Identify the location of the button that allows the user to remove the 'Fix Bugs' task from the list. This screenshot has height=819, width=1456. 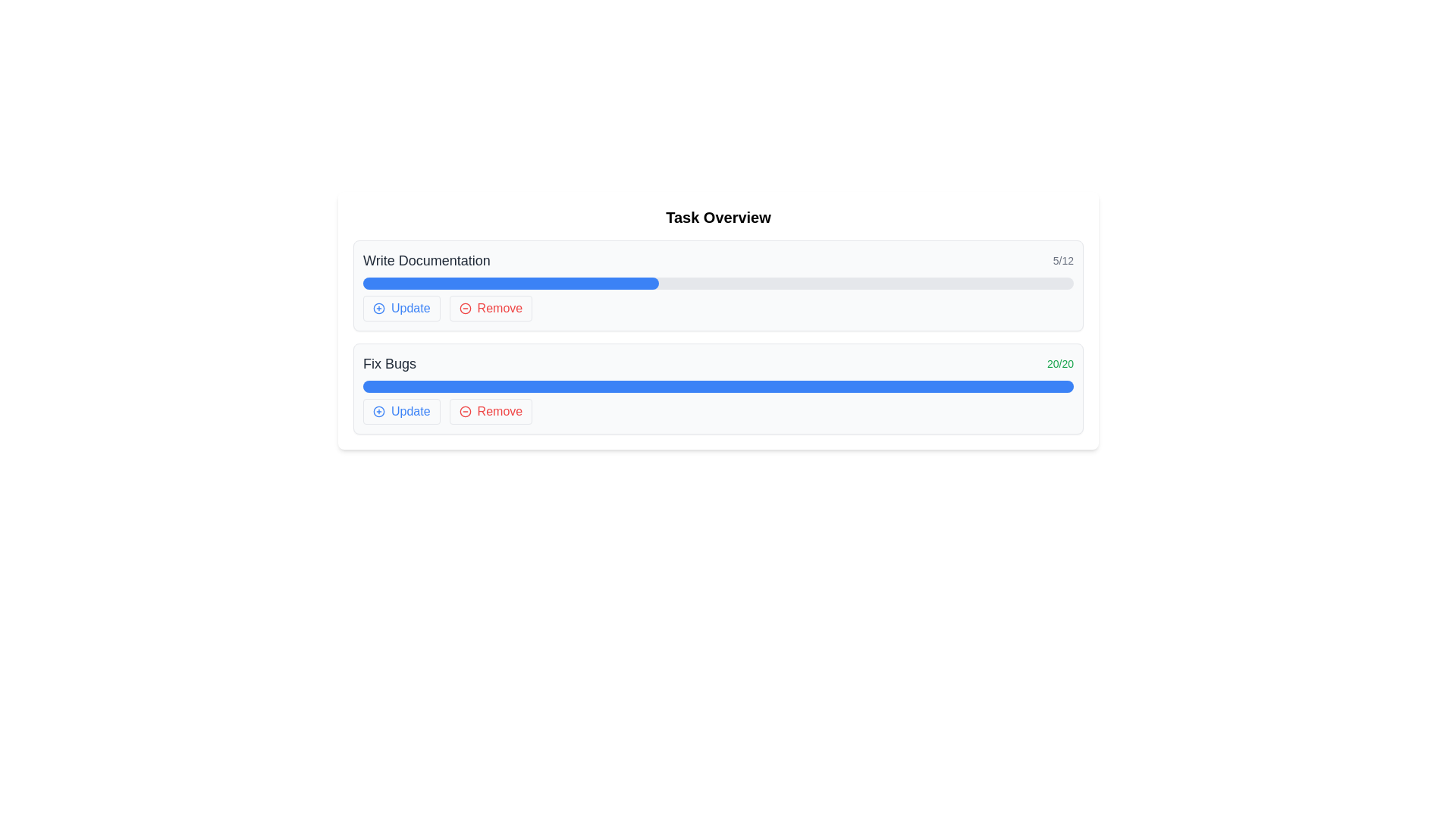
(491, 412).